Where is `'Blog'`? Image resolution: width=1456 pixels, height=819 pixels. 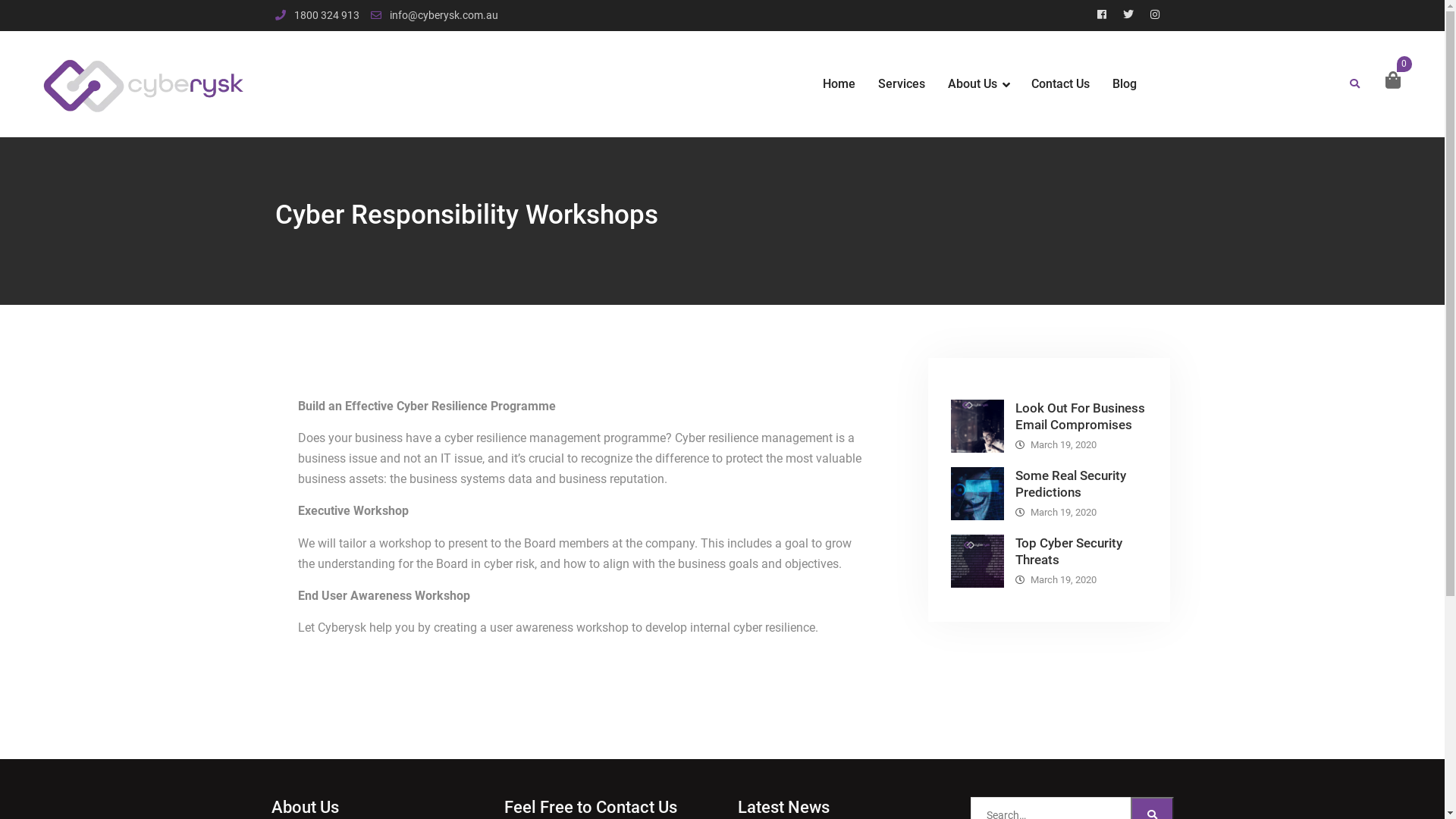 'Blog' is located at coordinates (1125, 84).